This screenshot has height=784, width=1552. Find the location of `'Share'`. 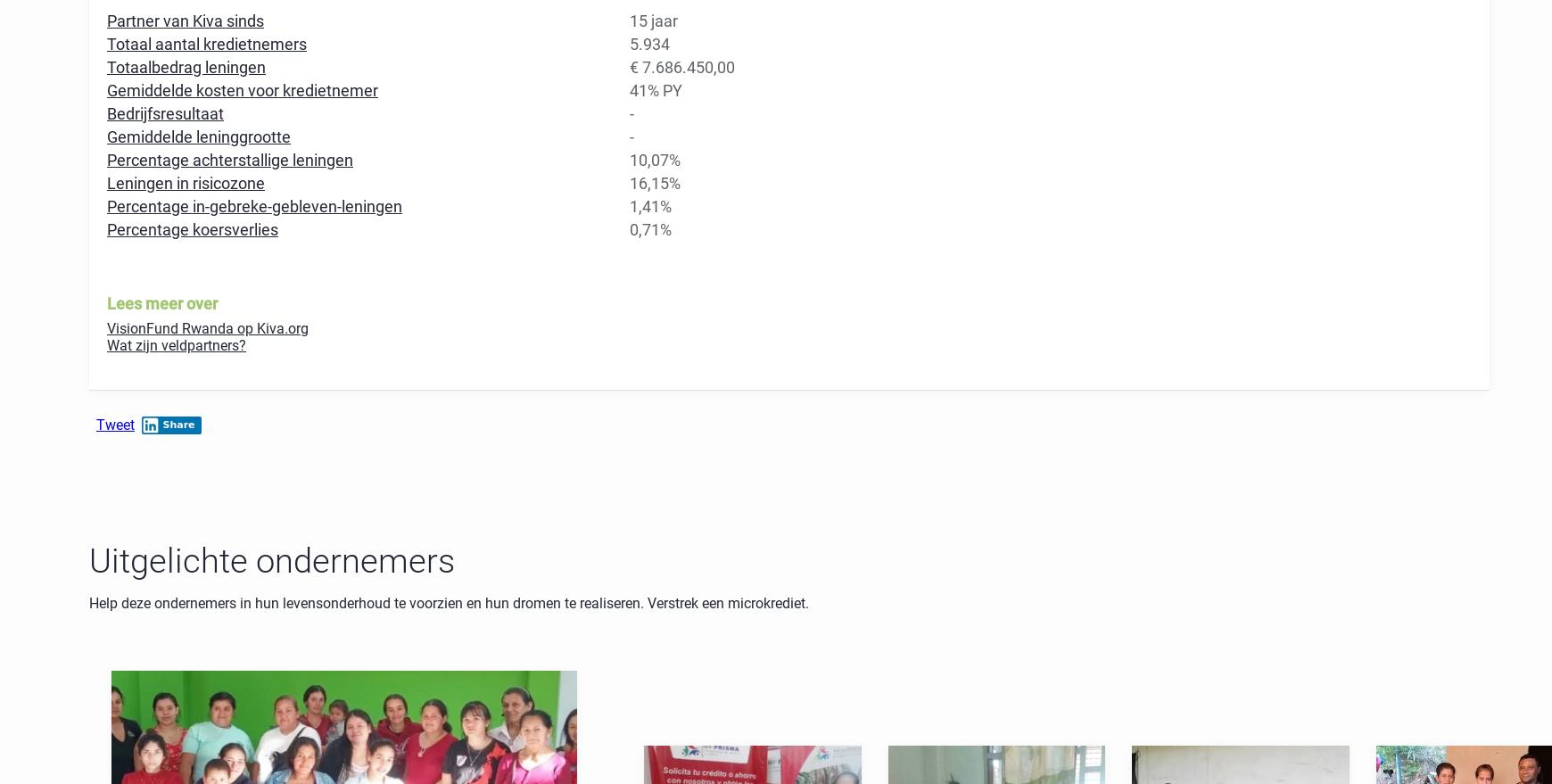

'Share' is located at coordinates (161, 424).